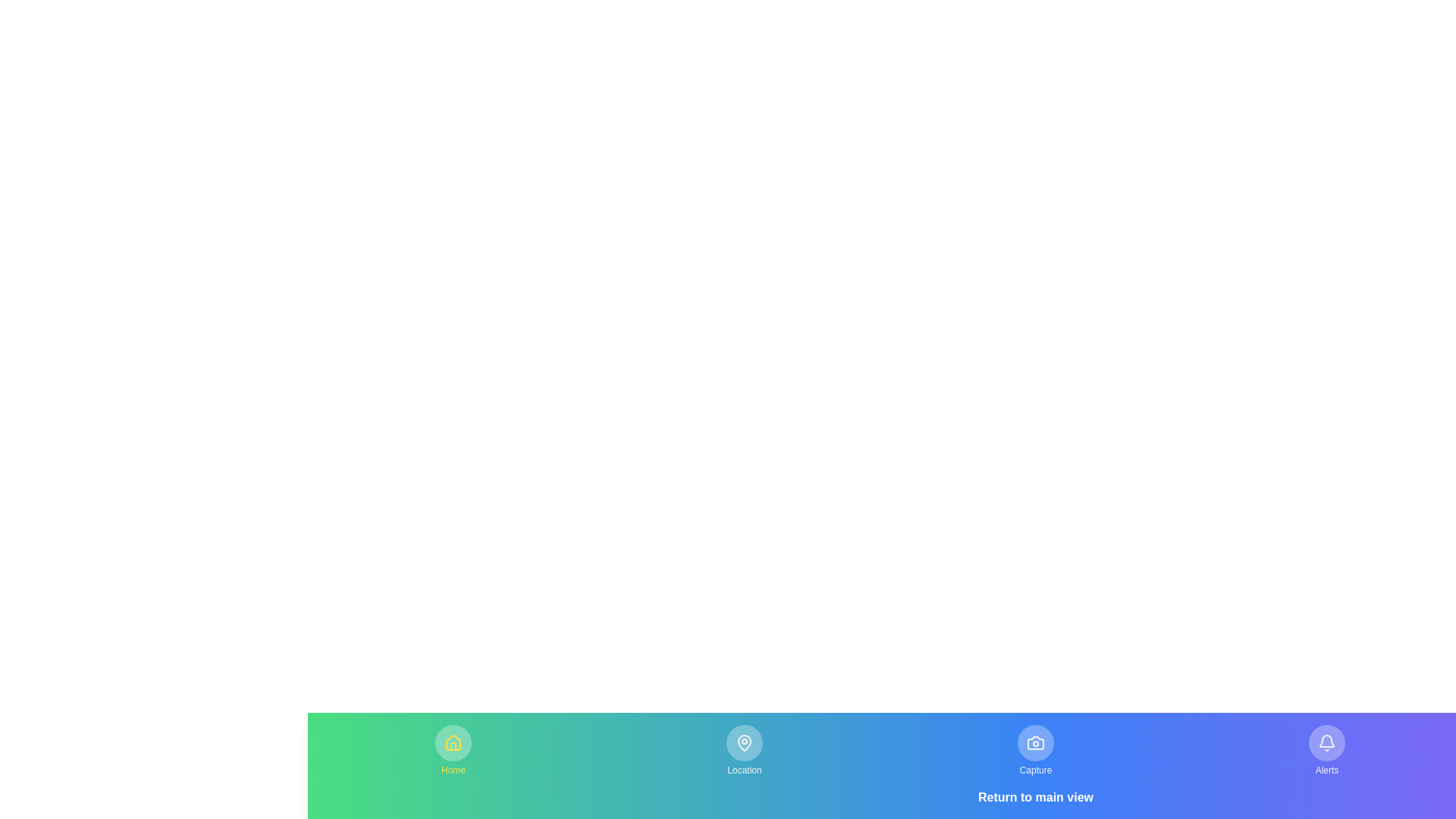  Describe the element at coordinates (1326, 751) in the screenshot. I see `the menu item corresponding to Alerts` at that location.